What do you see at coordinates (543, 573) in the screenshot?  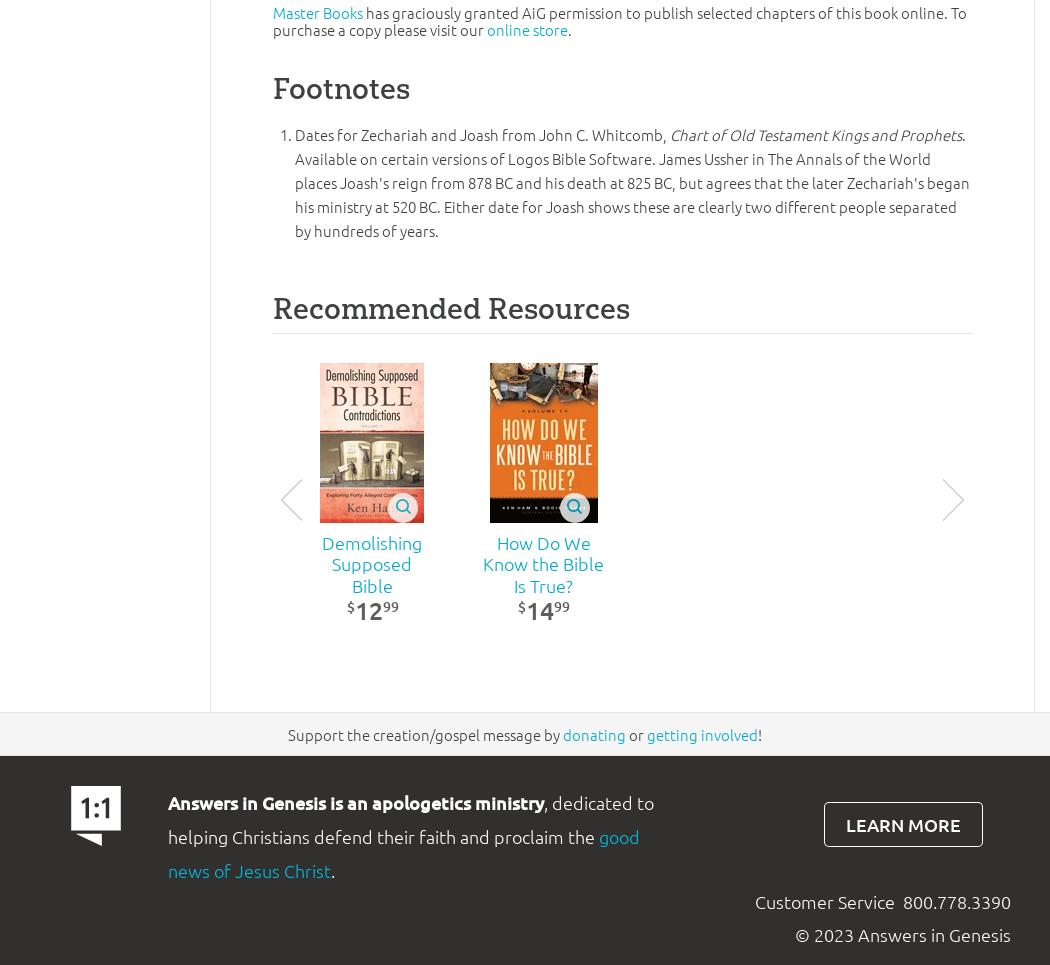 I see `'How Do We Know the Bible Is True? Volume 1'` at bounding box center [543, 573].